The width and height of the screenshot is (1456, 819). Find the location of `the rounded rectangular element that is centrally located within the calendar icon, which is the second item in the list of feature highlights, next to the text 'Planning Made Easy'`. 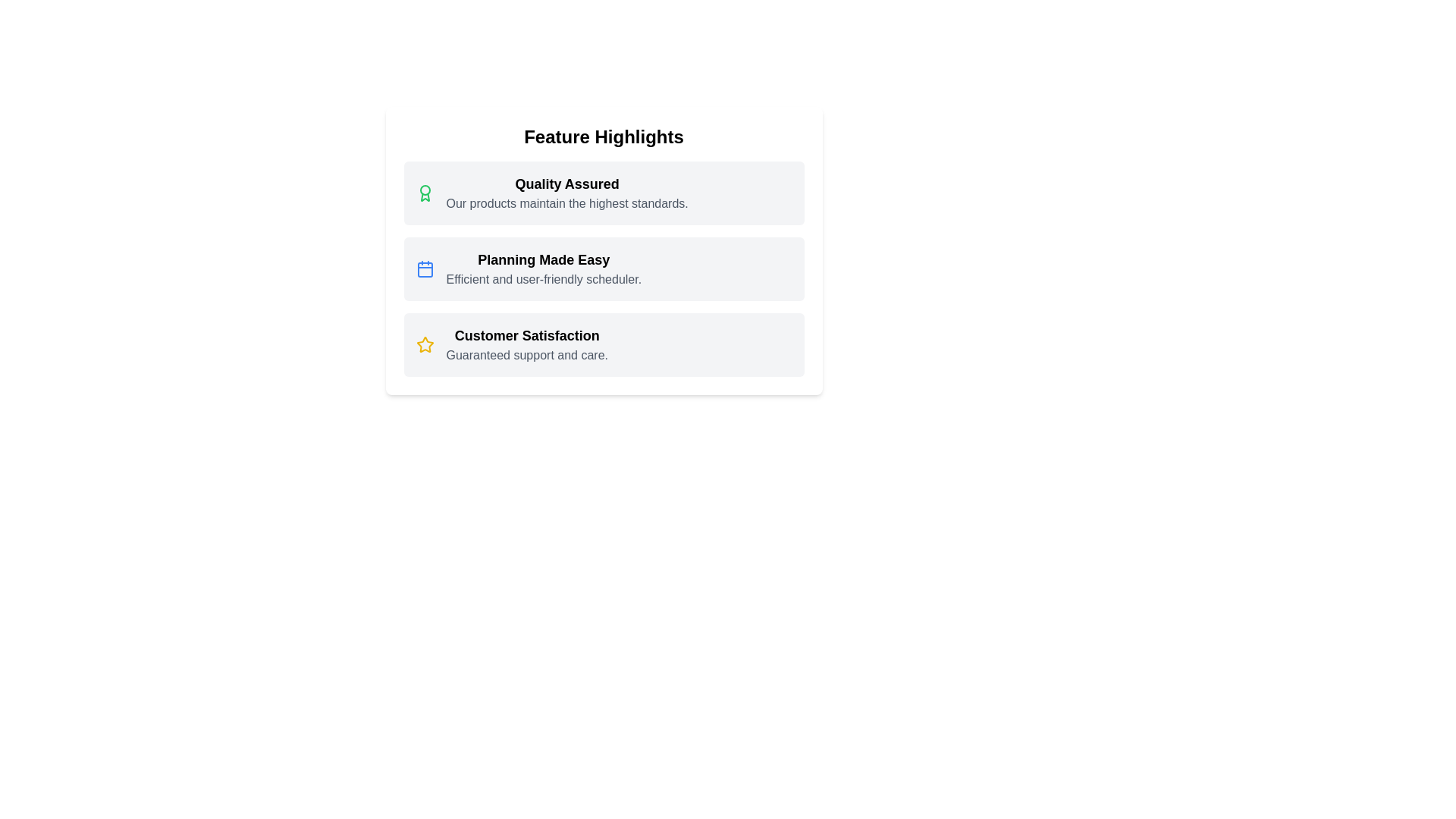

the rounded rectangular element that is centrally located within the calendar icon, which is the second item in the list of feature highlights, next to the text 'Planning Made Easy' is located at coordinates (425, 268).